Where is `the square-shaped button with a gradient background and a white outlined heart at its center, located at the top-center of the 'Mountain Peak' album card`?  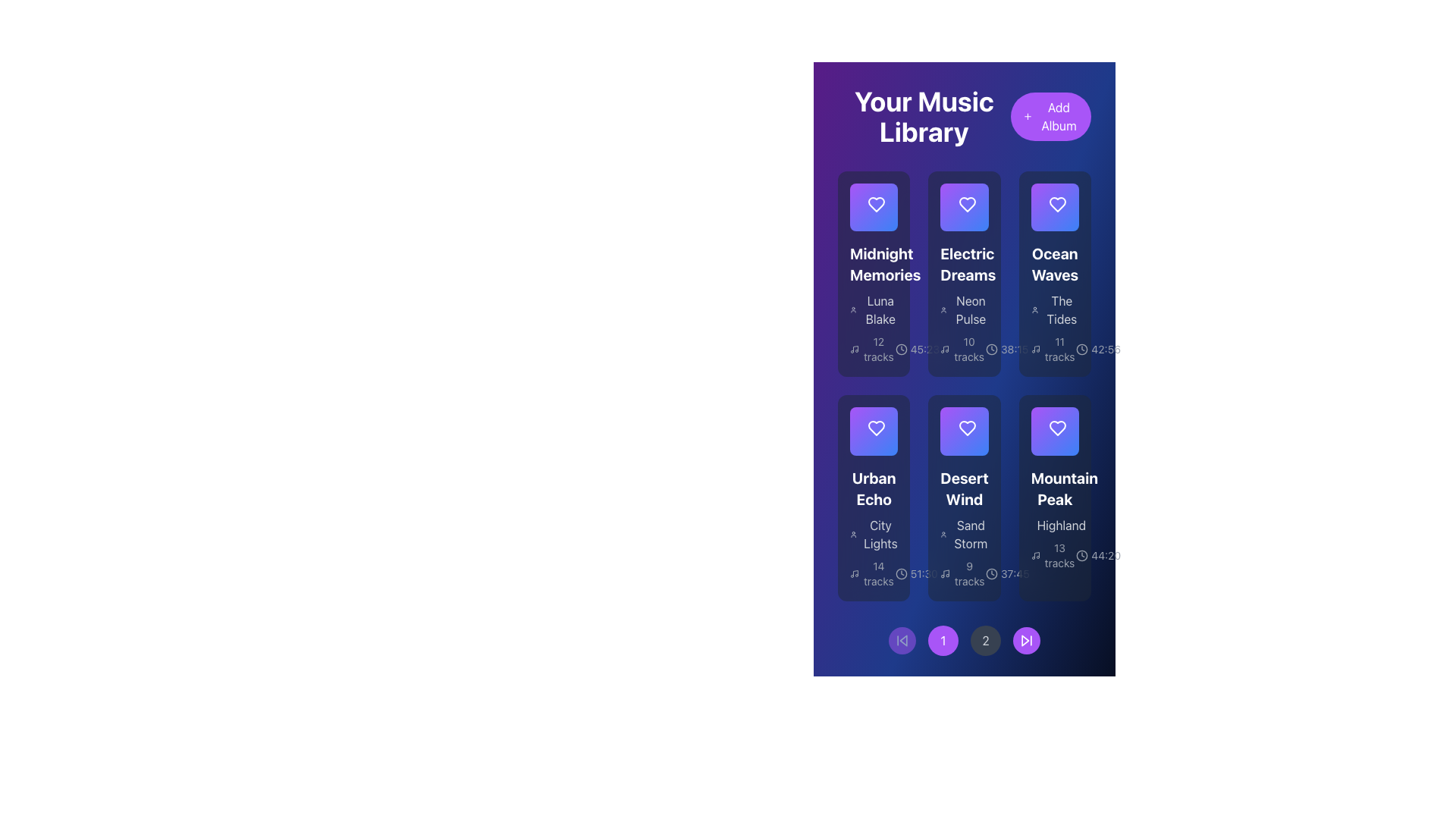
the square-shaped button with a gradient background and a white outlined heart at its center, located at the top-center of the 'Mountain Peak' album card is located at coordinates (1054, 431).